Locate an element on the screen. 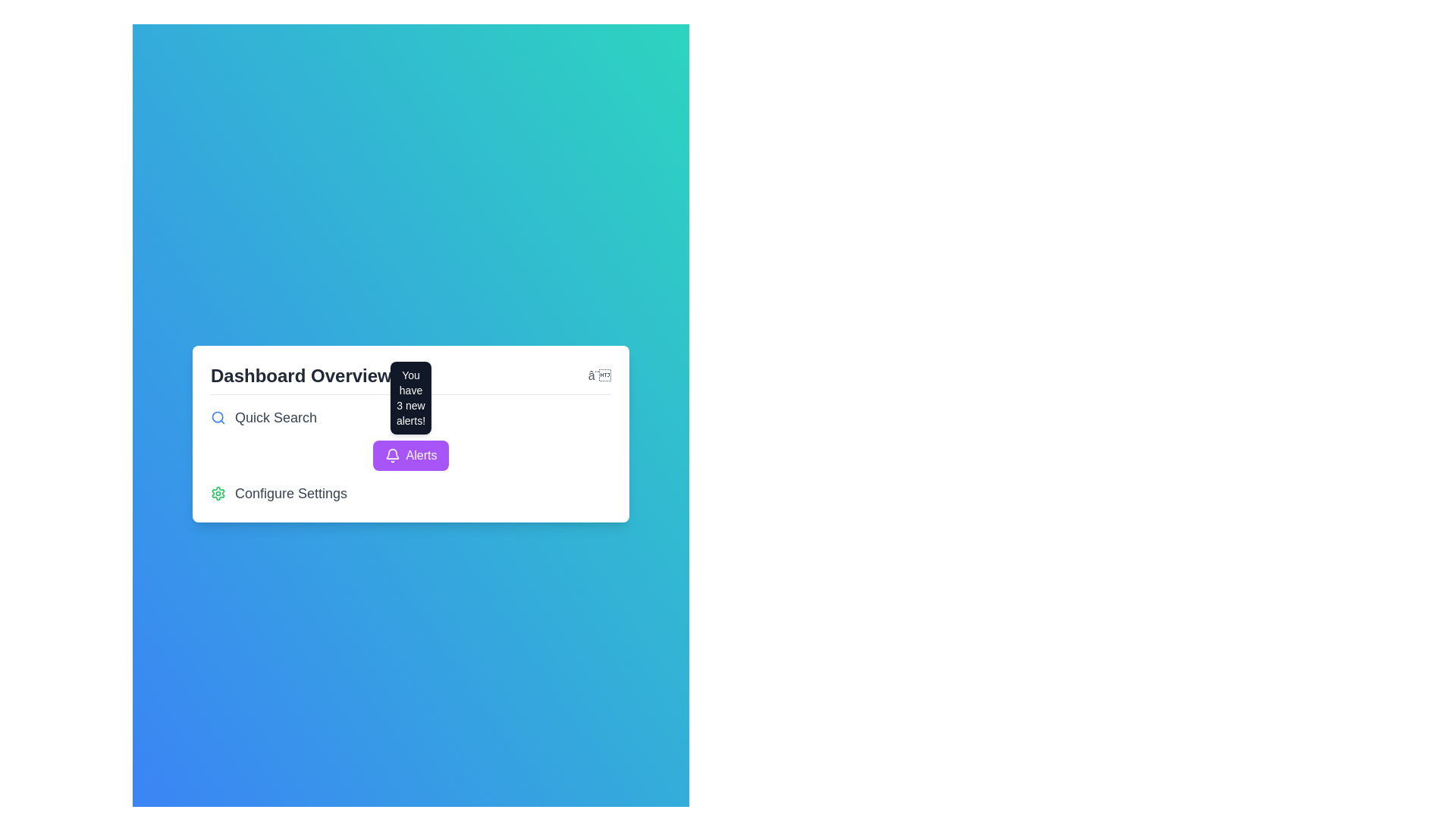  the 'Alerts' text label located to the right of the bell icon on the purple button at the bottom of the card interface is located at coordinates (422, 454).